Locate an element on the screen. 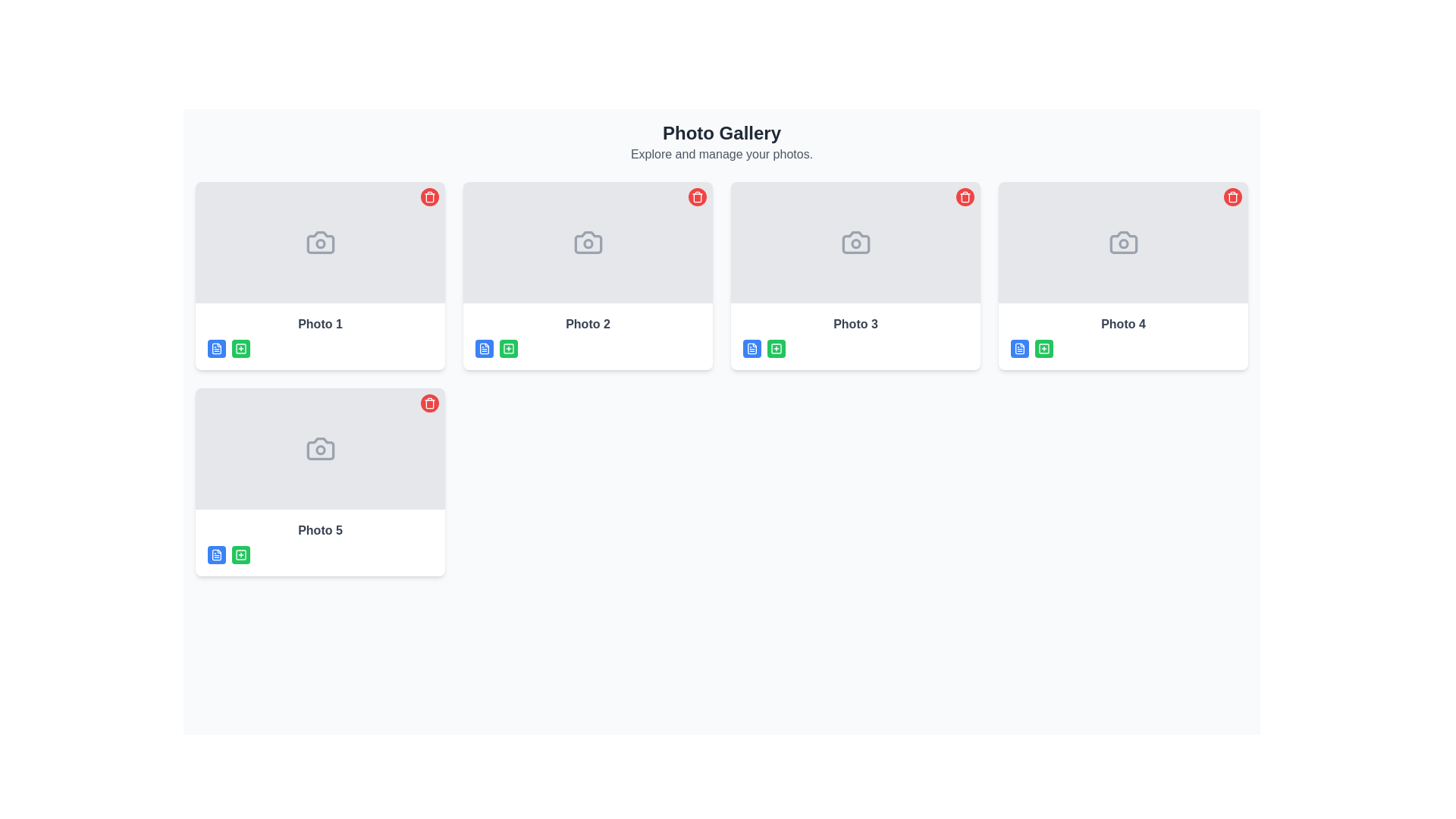 The height and width of the screenshot is (819, 1456). the grey camera icon located in the bottom-left corner of the 'Photo 5' thumbnail box is located at coordinates (319, 447).